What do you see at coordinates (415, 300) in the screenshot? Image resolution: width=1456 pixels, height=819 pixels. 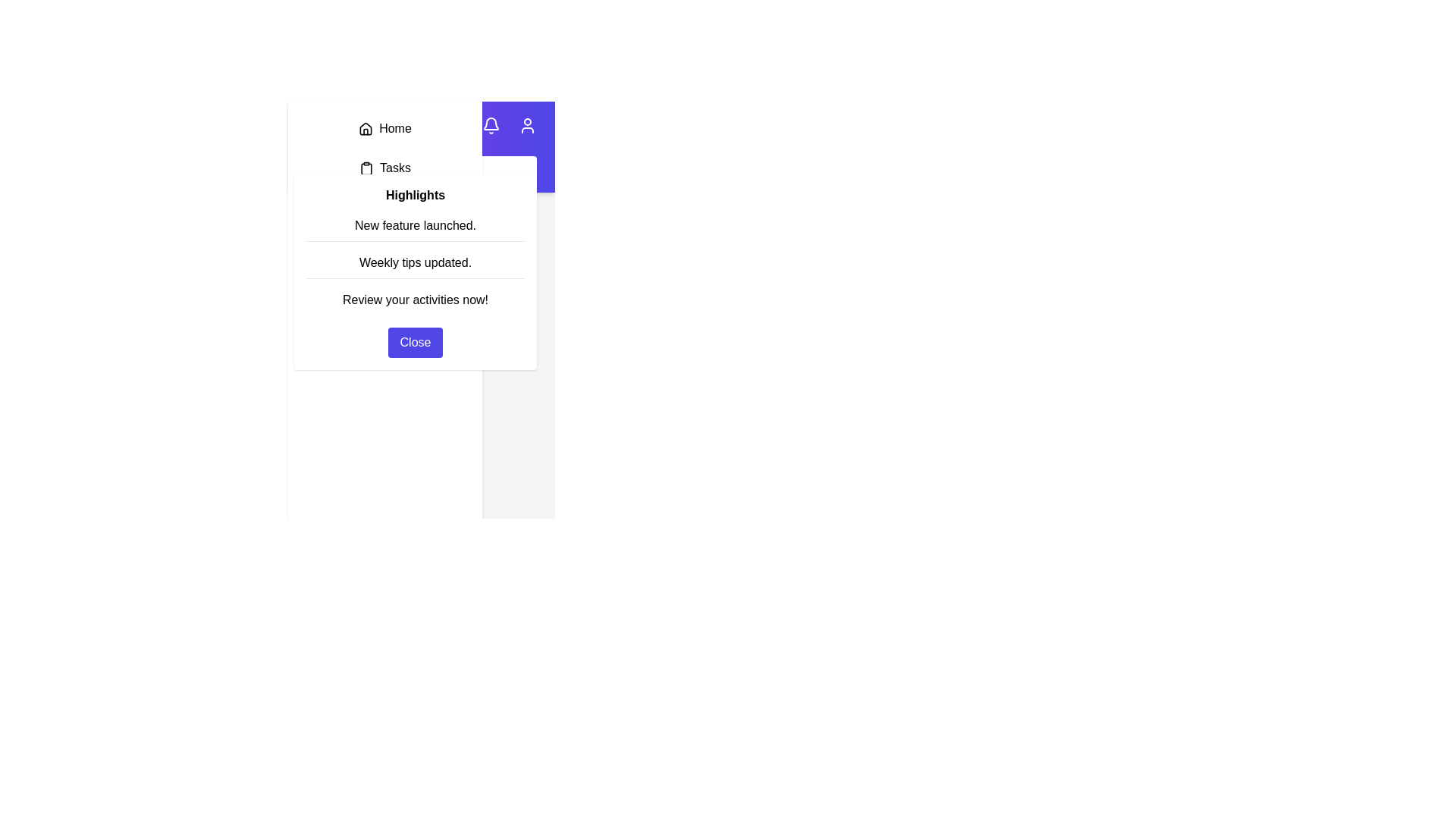 I see `the static text that displays 'Review your activities now!' located in the notification-style pop-up, which is the third item in a vertically stacked list under the 'Highlights' header` at bounding box center [415, 300].